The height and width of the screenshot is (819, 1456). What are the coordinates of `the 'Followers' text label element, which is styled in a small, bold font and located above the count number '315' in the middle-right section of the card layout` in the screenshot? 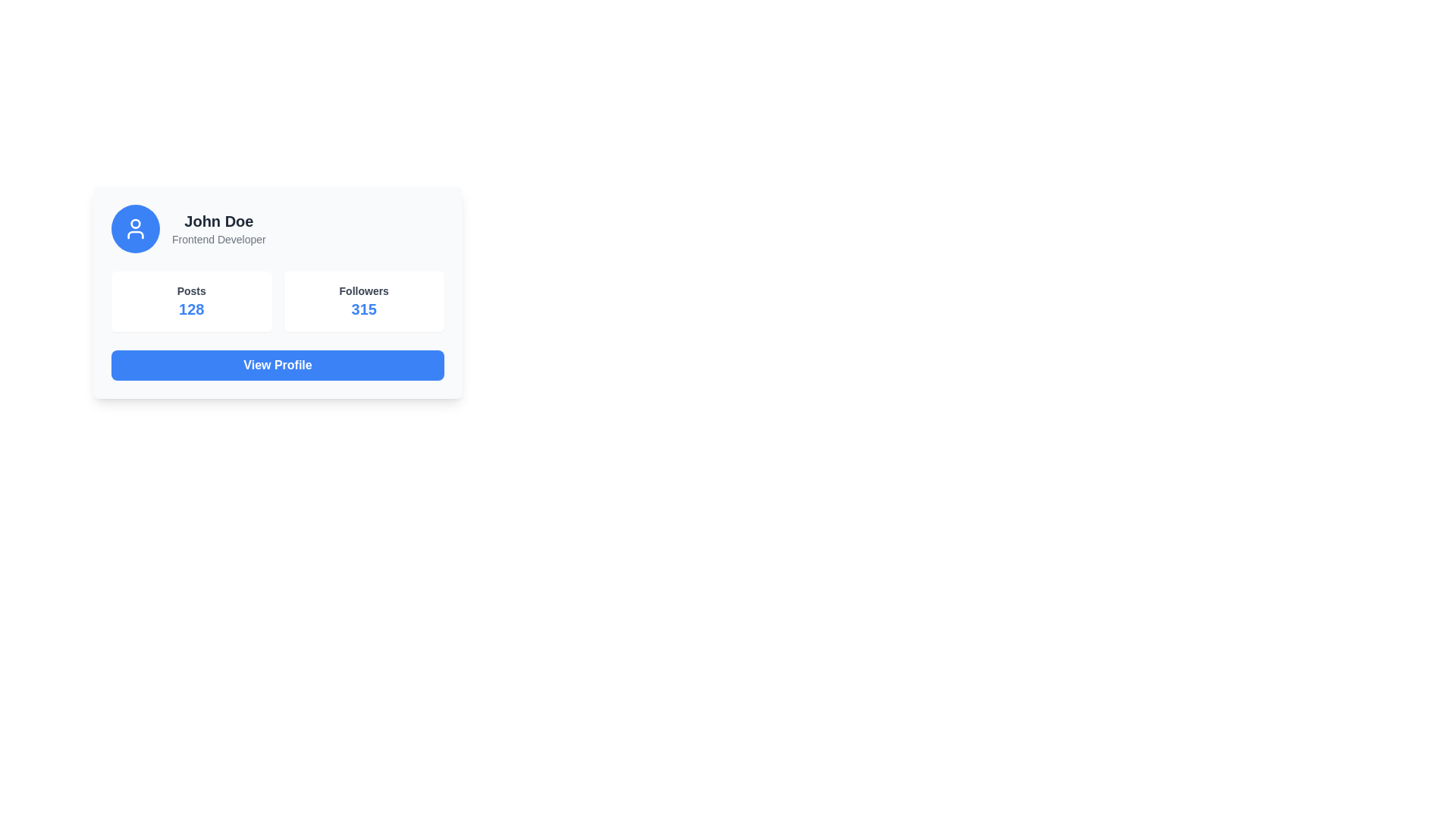 It's located at (364, 291).